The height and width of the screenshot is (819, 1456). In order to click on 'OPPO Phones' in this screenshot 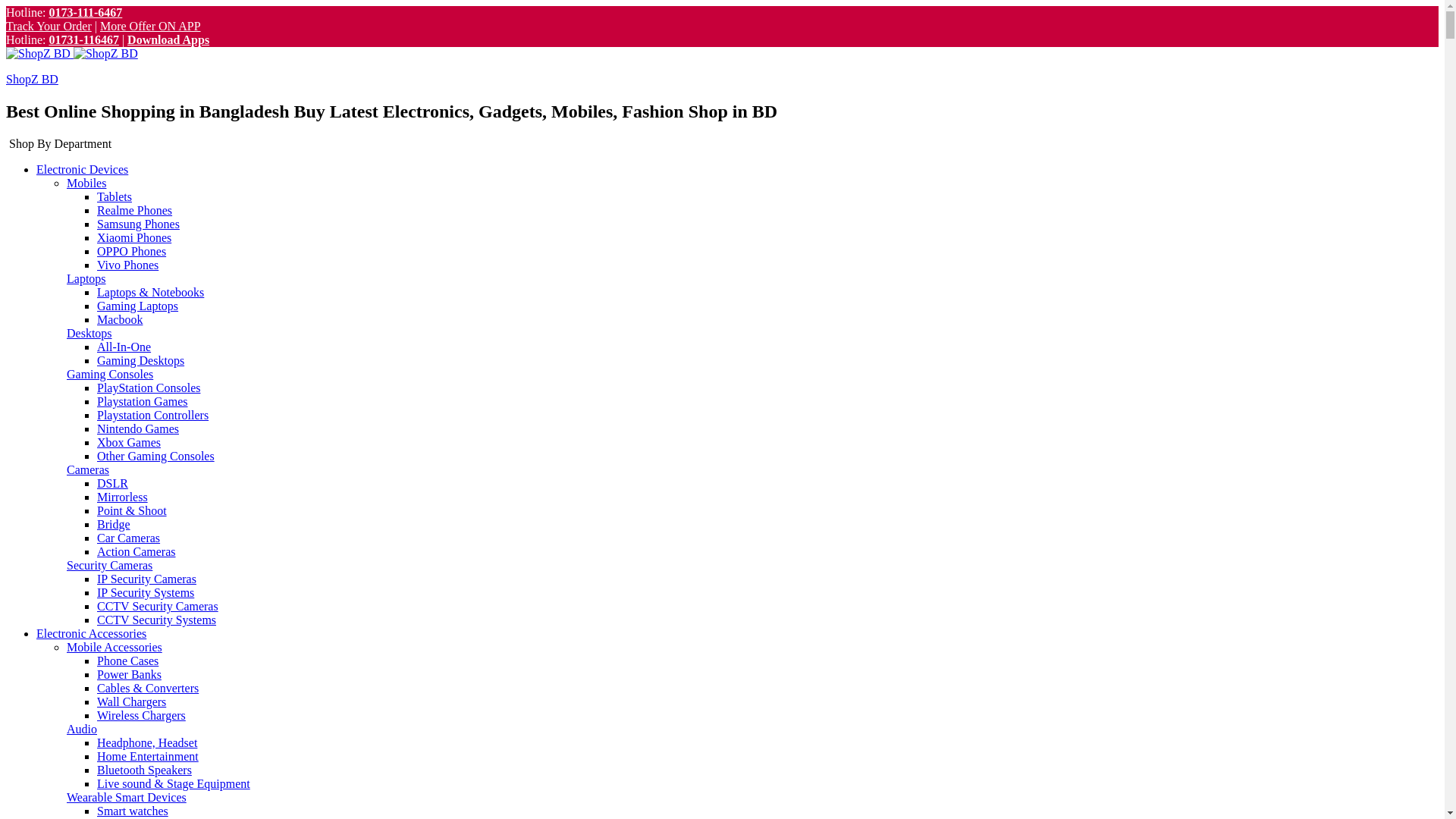, I will do `click(131, 250)`.